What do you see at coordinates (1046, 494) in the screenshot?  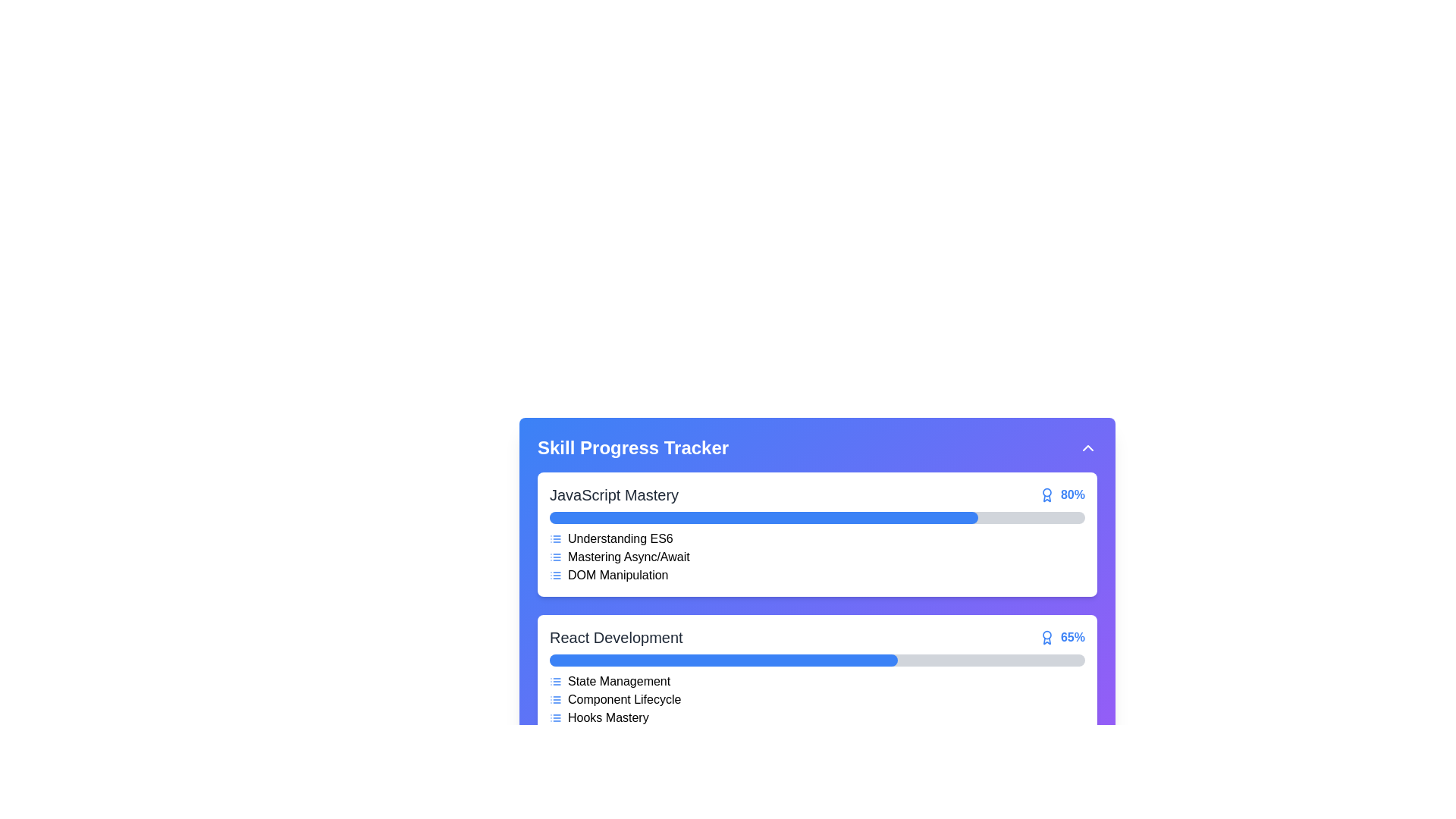 I see `the award badge icon located to the left of the '80%' text in the 'Skill Progress Tracker' panel under the 'JavaScript Mastery' section` at bounding box center [1046, 494].